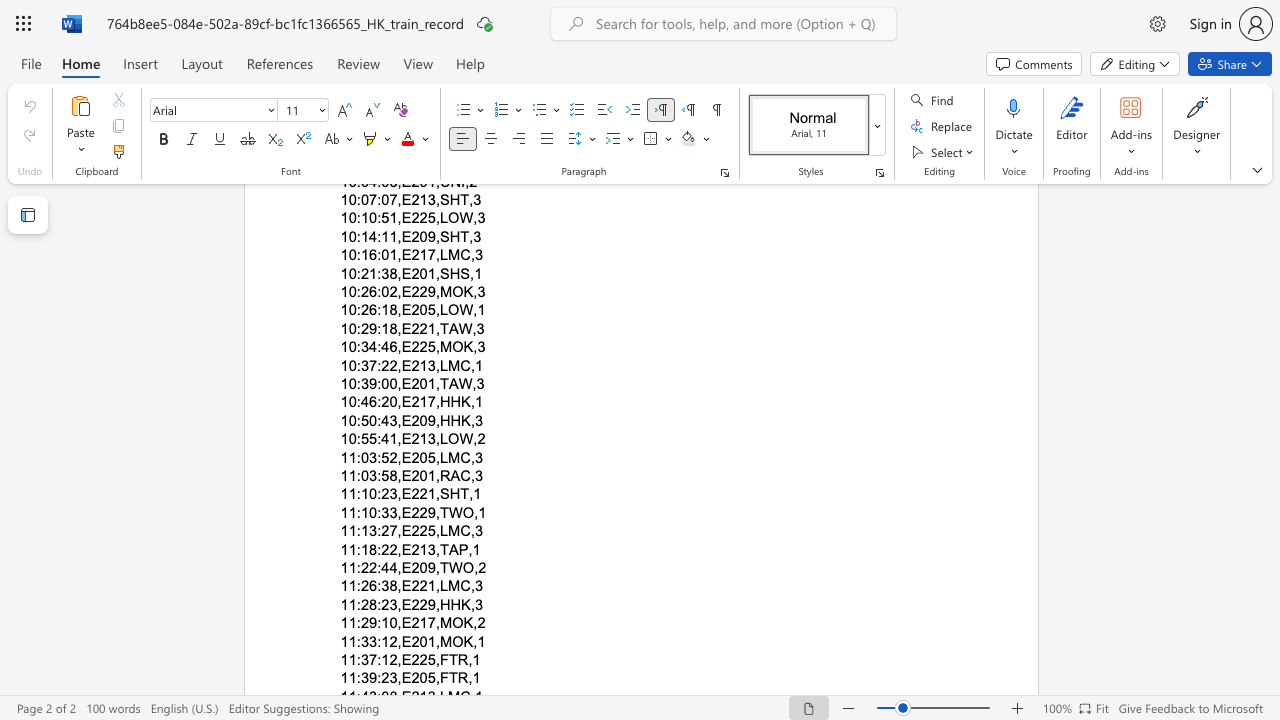  Describe the element at coordinates (360, 603) in the screenshot. I see `the subset text "28:23,E" within the text "11:28:23,E229,HHK,3"` at that location.